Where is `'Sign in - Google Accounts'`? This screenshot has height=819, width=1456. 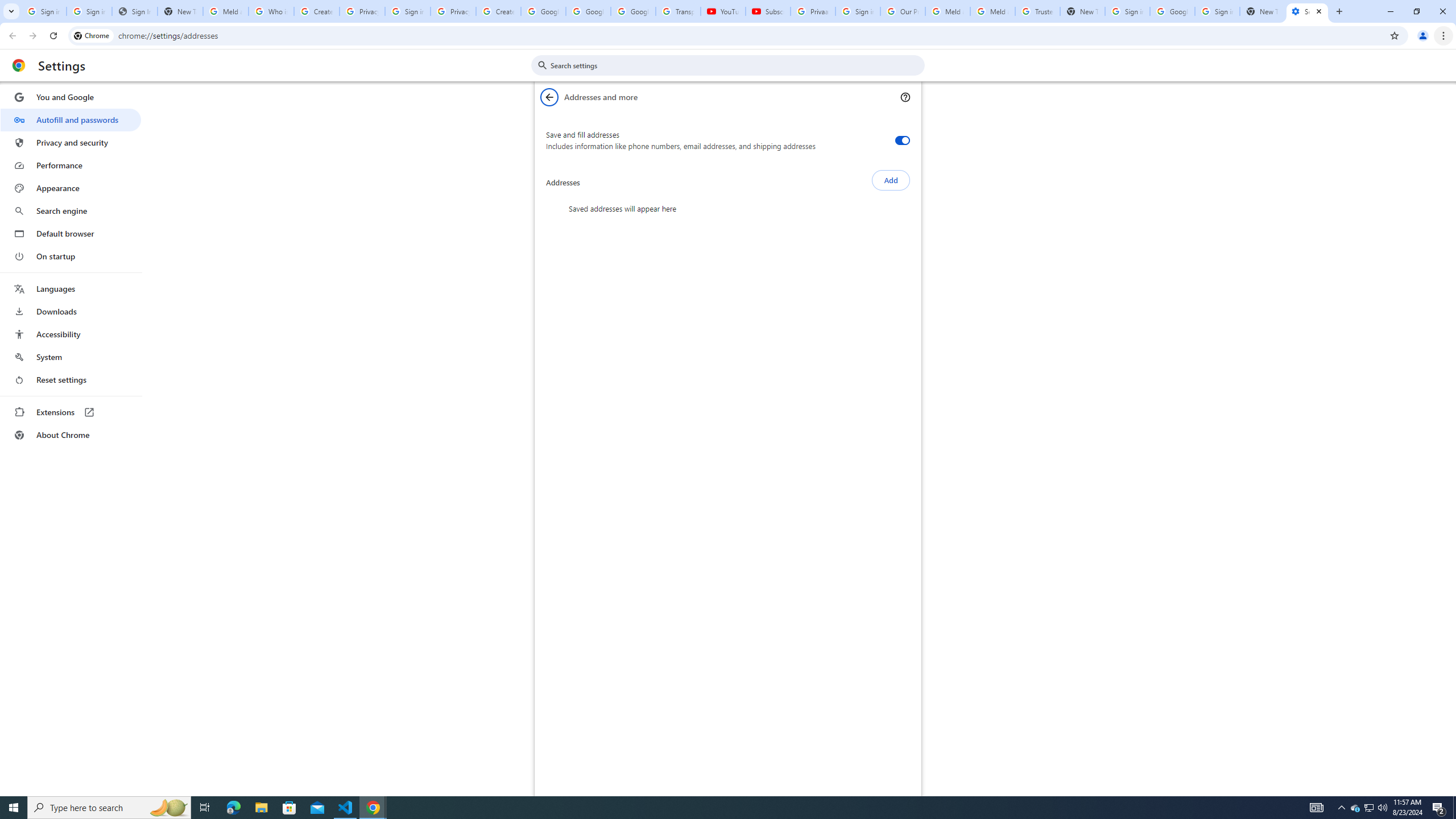 'Sign in - Google Accounts' is located at coordinates (1217, 11).